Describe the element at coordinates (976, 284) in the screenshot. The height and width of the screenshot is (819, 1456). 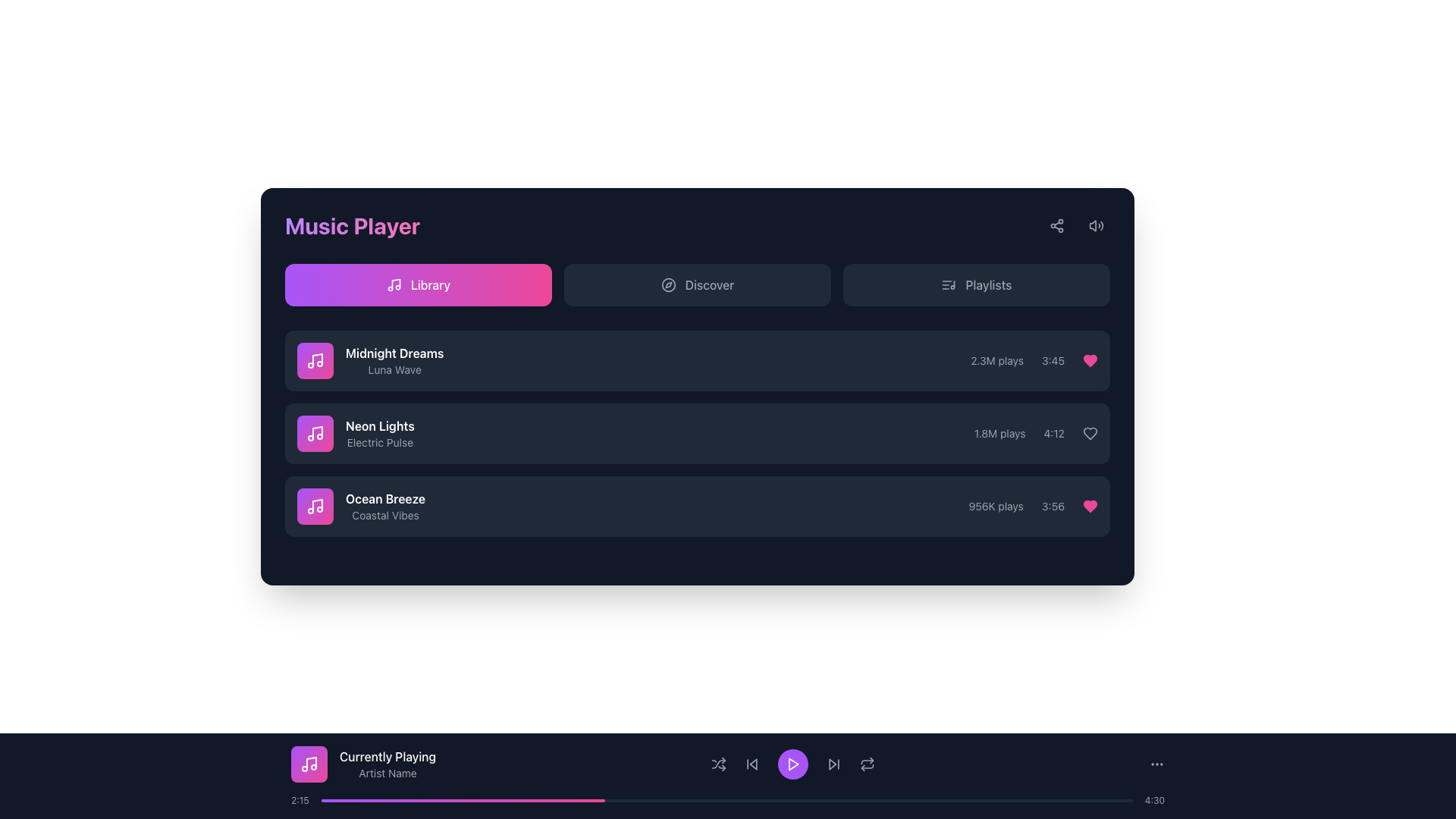
I see `the 'Playlists' button, which has a dark gray background and contains an icon of horizontal lines with a musical note` at that location.